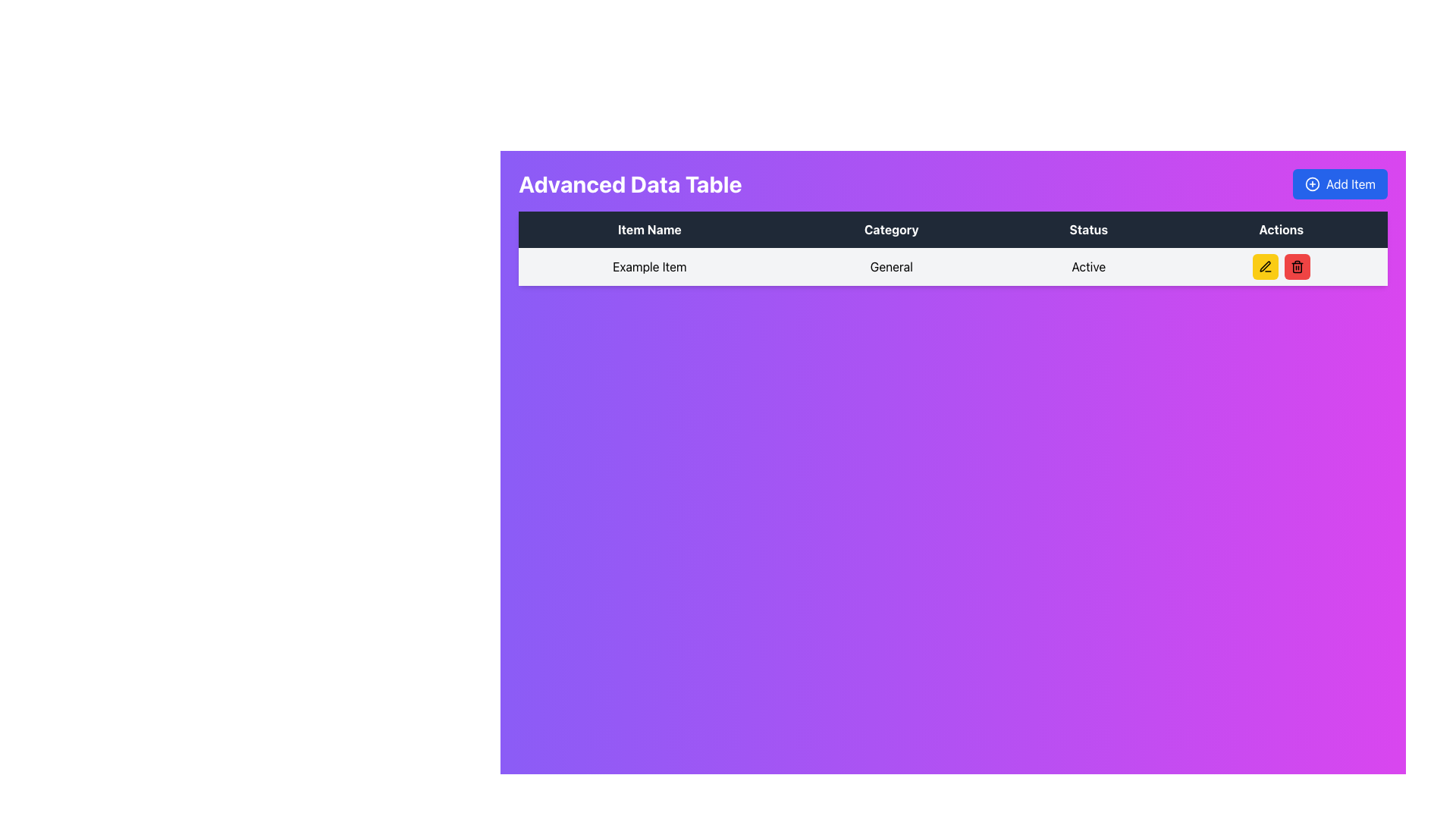 The height and width of the screenshot is (819, 1456). What do you see at coordinates (1351, 184) in the screenshot?
I see `text content of the label indicating the action button 'Add Item', which is positioned inside the button and located near the top-right corner of the interface` at bounding box center [1351, 184].